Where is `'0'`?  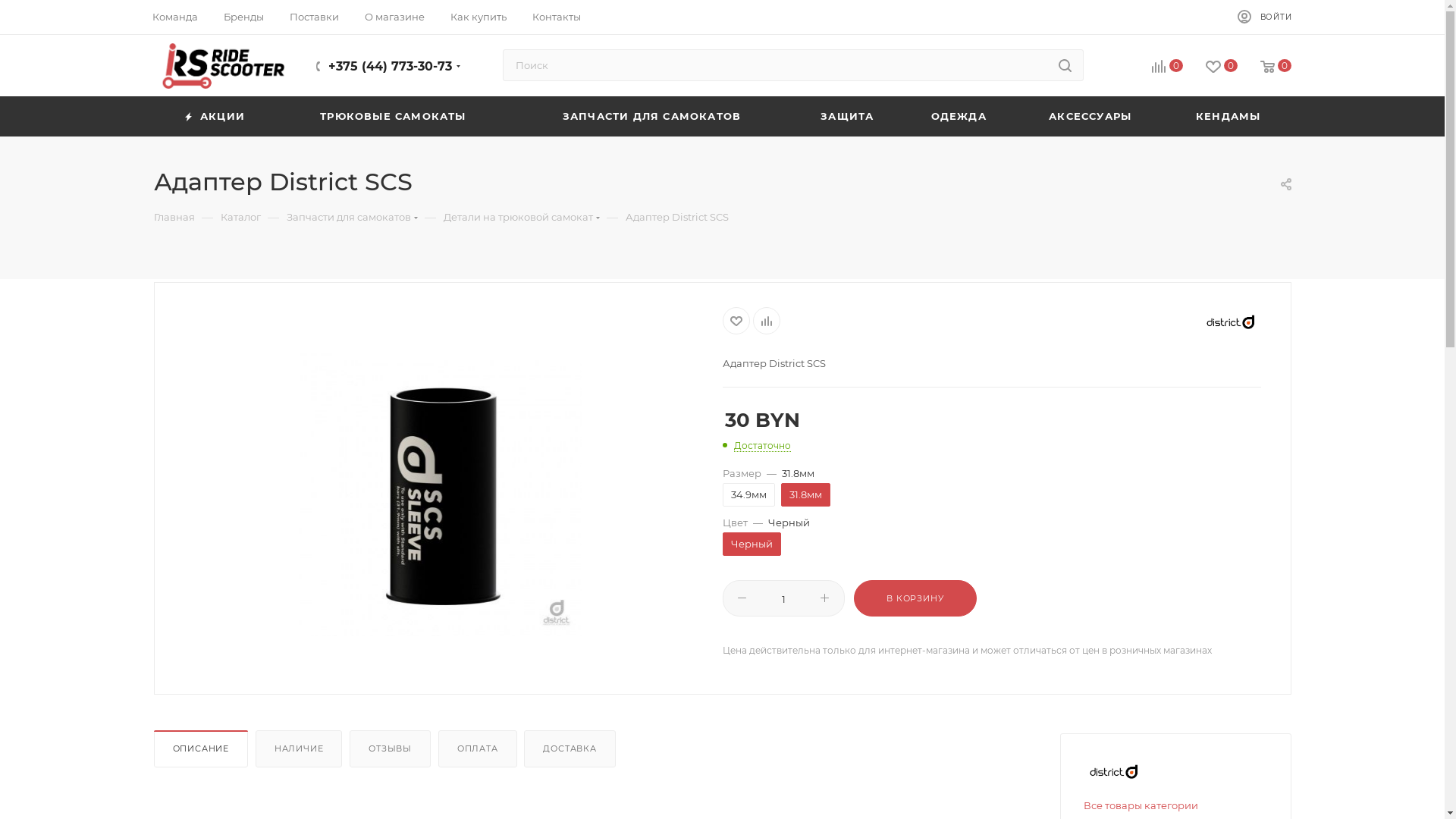
'0' is located at coordinates (1154, 66).